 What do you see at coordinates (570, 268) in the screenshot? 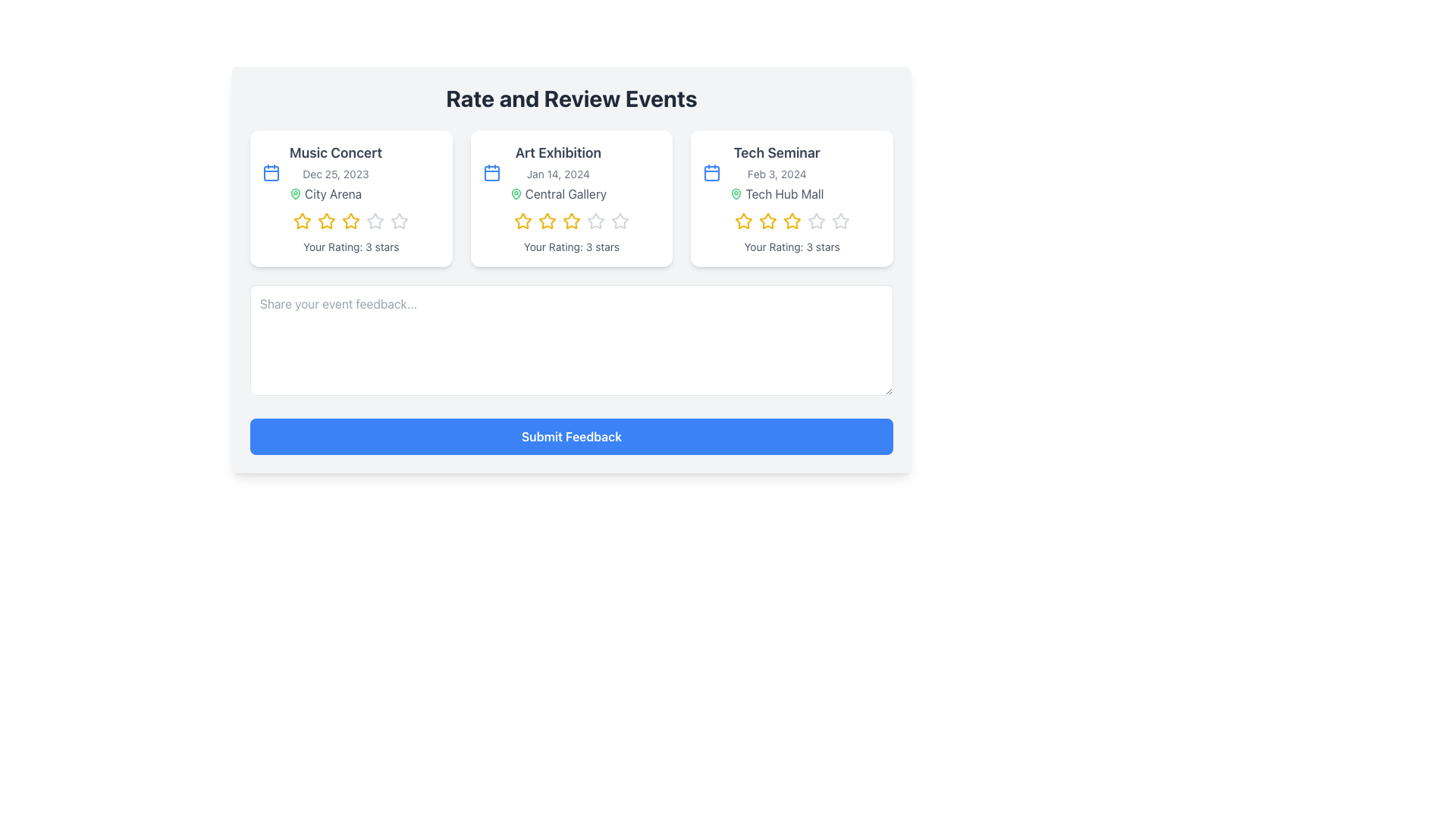
I see `details of the second card in the 'Rate and Review Events' section, which presents information about an art exhibition` at bounding box center [570, 268].